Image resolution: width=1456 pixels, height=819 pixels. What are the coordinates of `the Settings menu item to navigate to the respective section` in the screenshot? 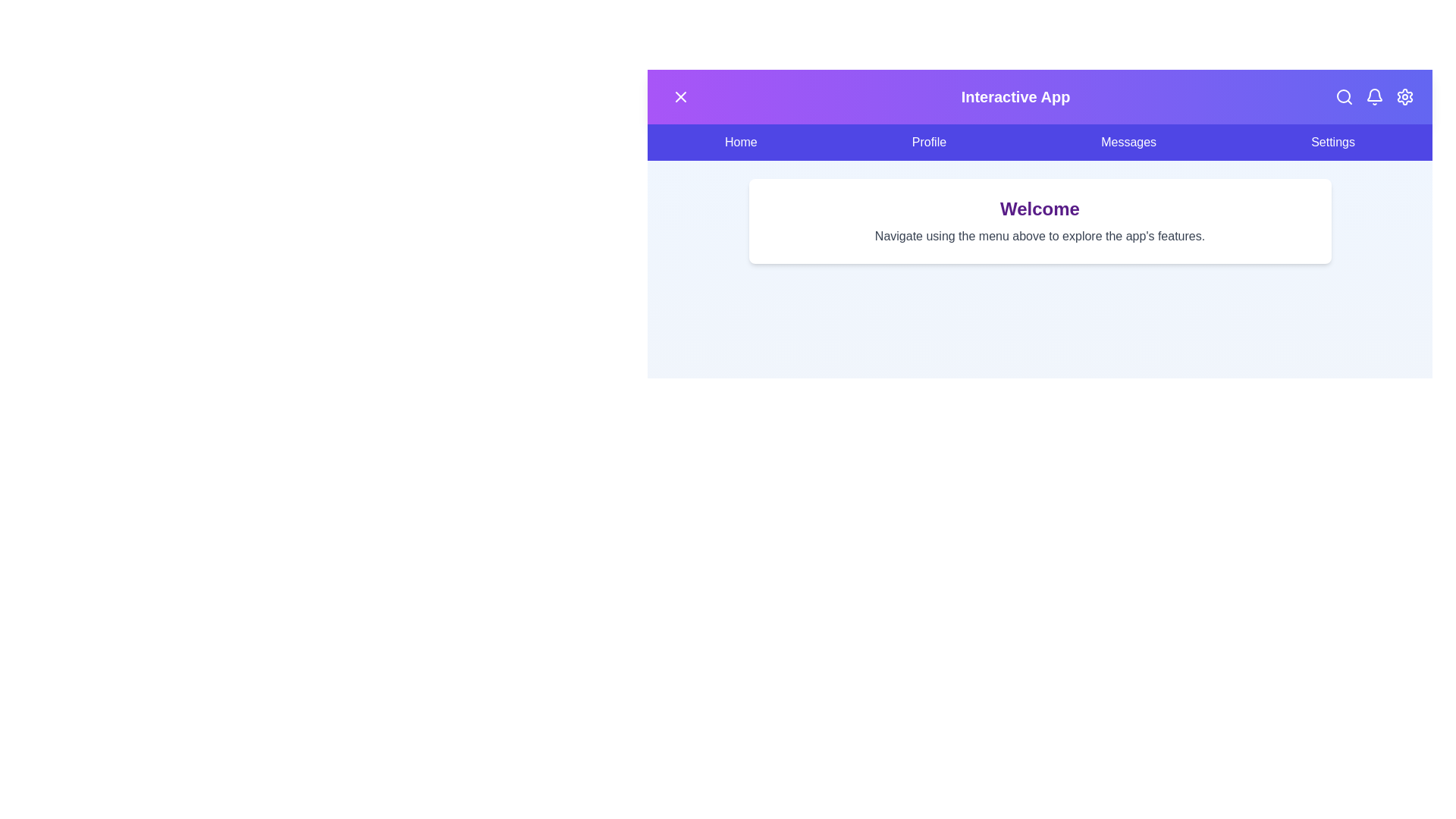 It's located at (1332, 143).